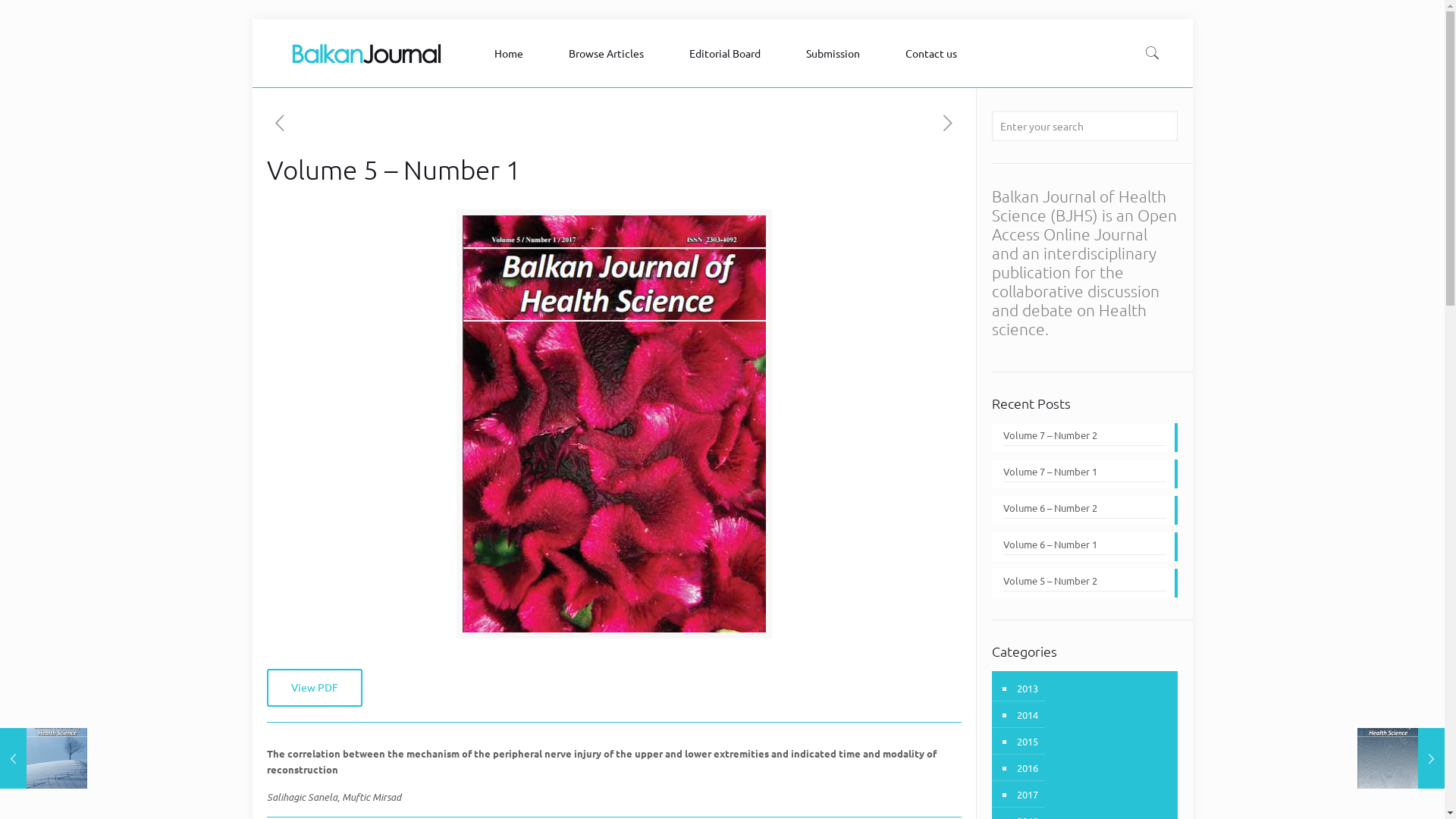  I want to click on '2016', so click(1015, 767).